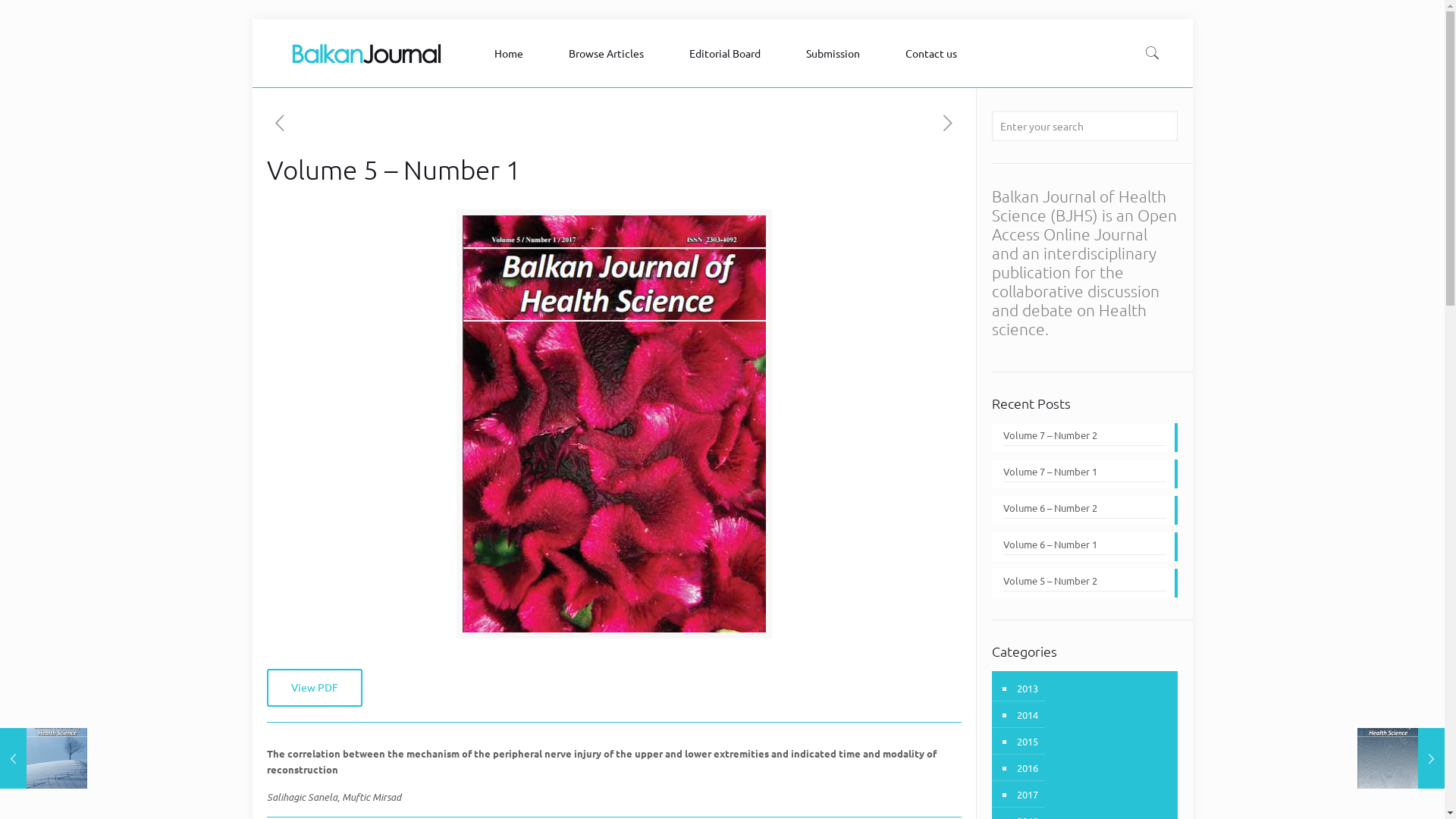  I want to click on '2016', so click(1015, 767).